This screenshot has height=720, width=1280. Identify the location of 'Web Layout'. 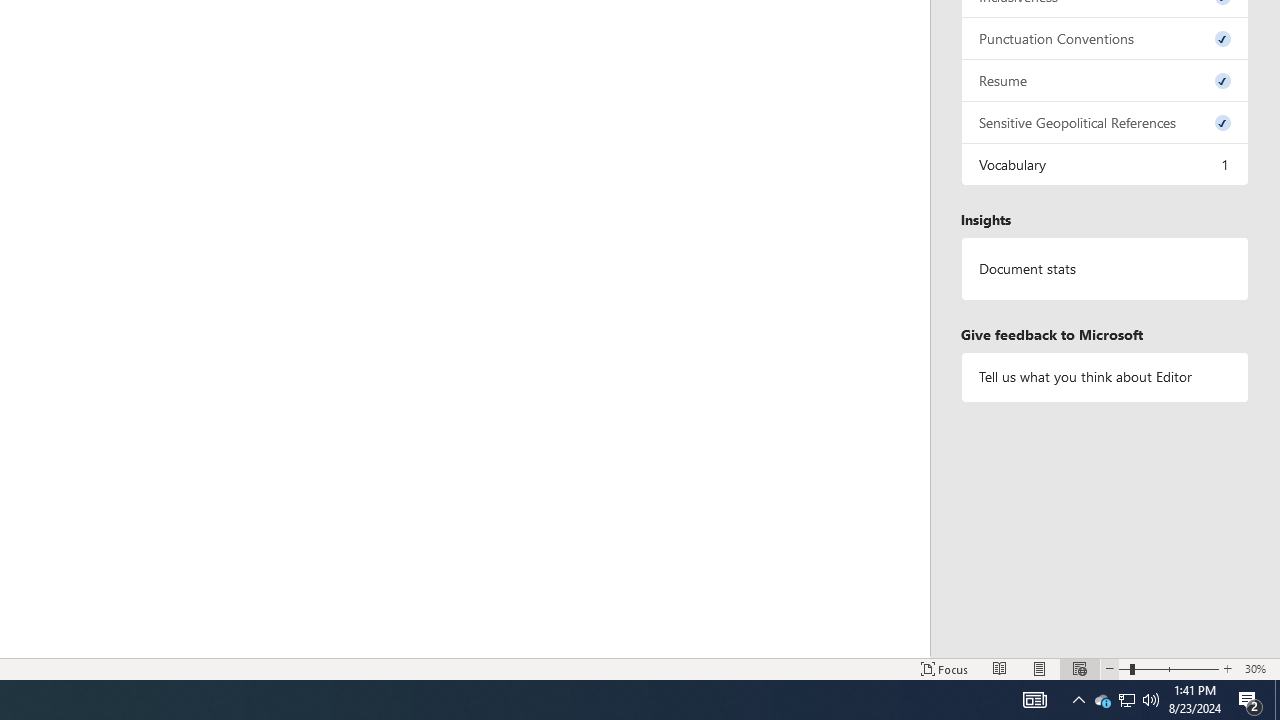
(1078, 669).